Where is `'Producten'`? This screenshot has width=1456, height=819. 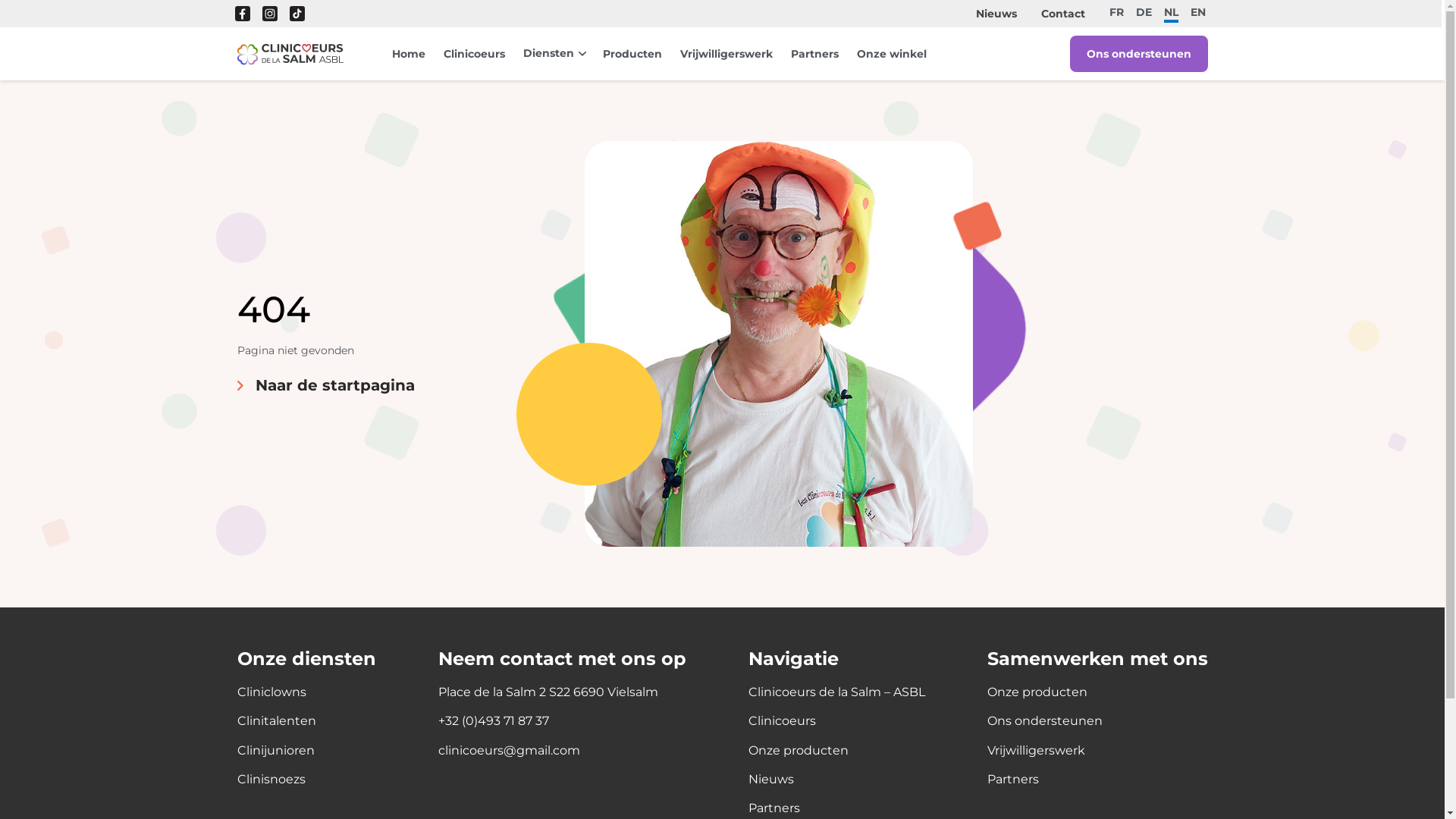
'Producten' is located at coordinates (632, 52).